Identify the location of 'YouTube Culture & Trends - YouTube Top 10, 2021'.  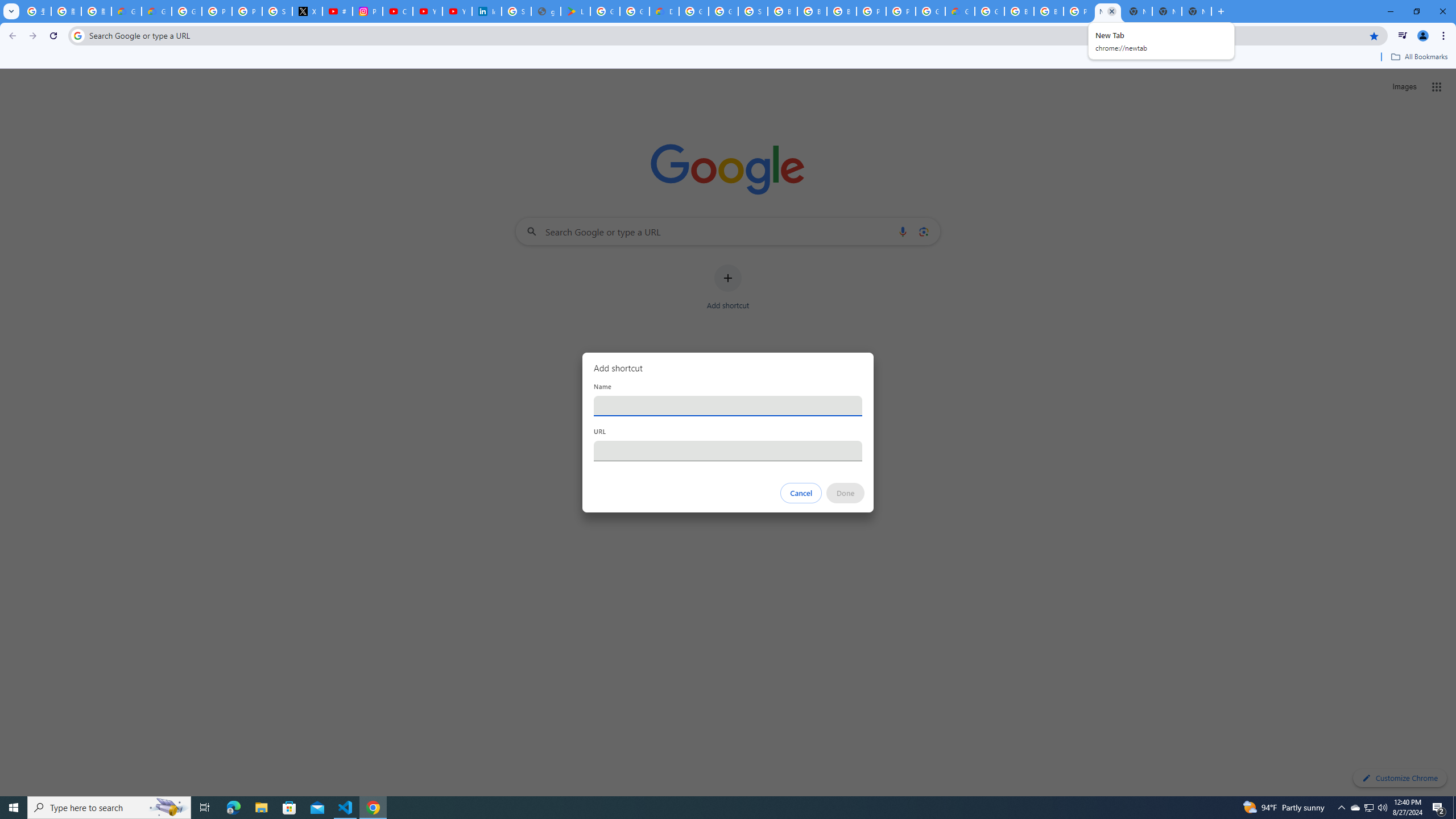
(457, 11).